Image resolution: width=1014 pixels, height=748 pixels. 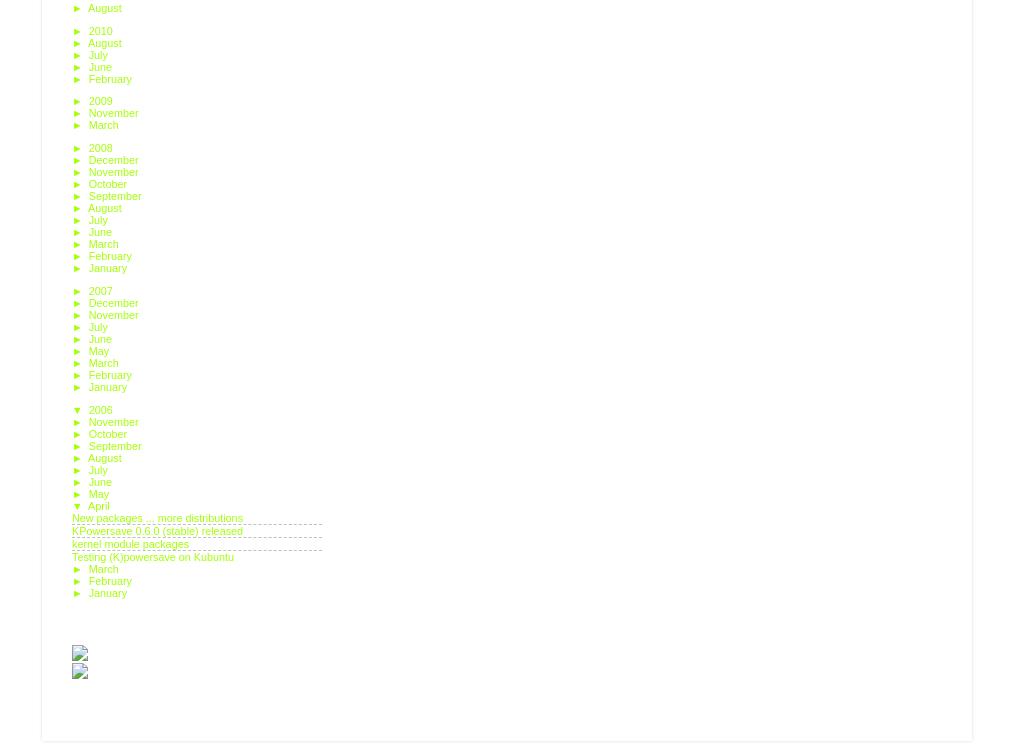 I want to click on '2009', so click(x=101, y=100).